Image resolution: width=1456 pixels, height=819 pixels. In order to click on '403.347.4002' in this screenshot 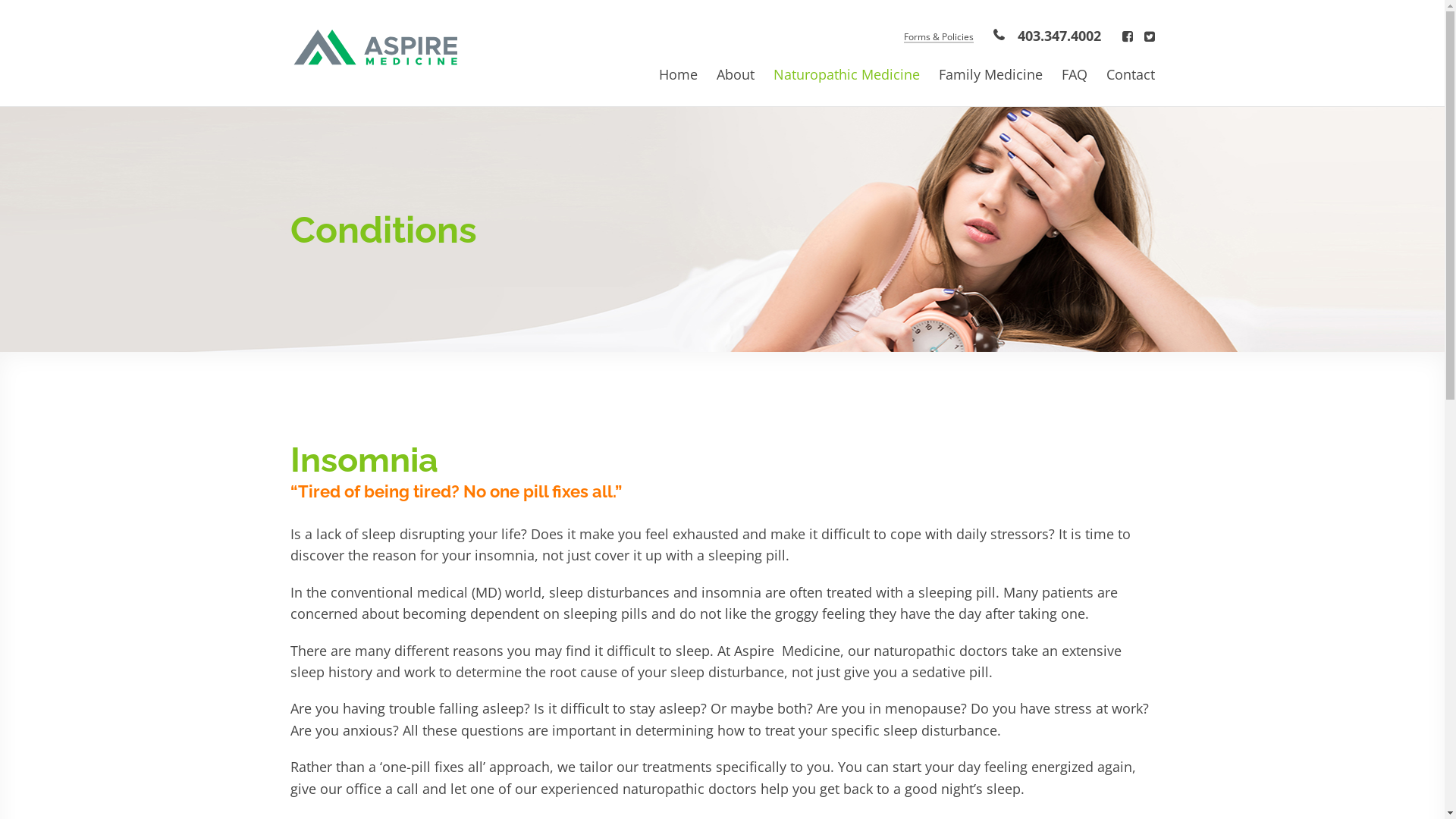, I will do `click(1046, 34)`.